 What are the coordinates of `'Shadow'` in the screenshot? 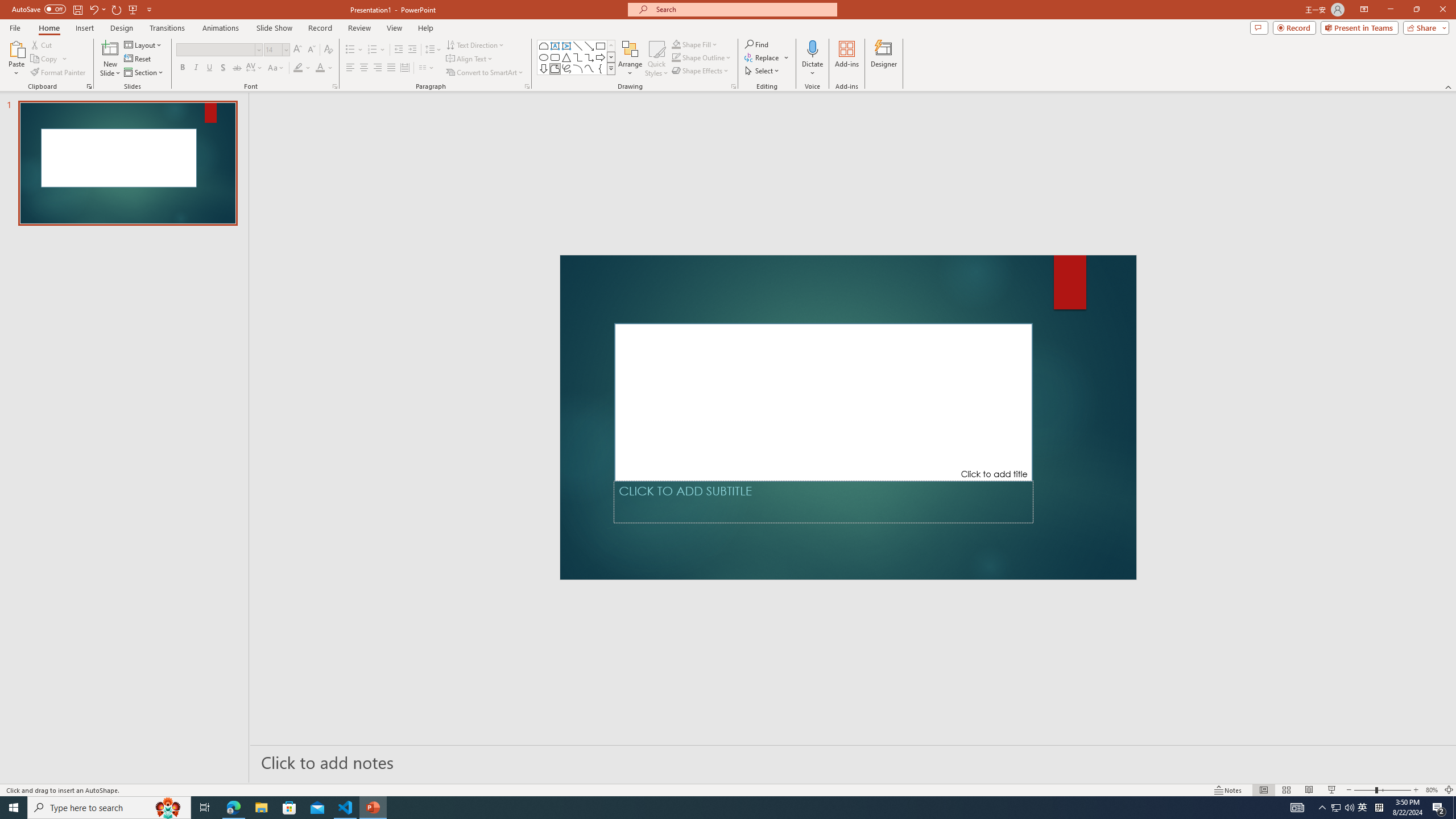 It's located at (222, 67).